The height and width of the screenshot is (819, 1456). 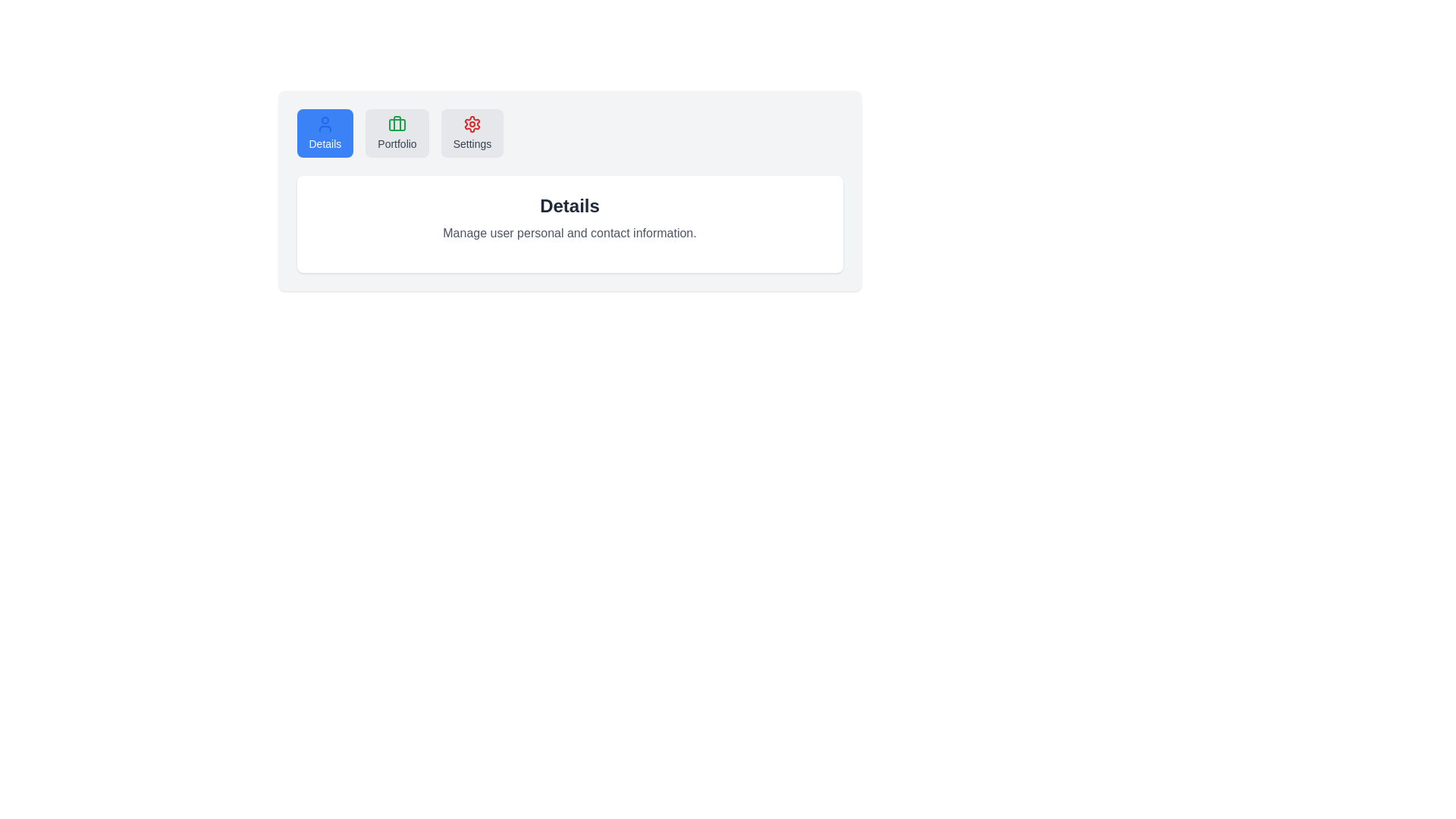 What do you see at coordinates (471, 133) in the screenshot?
I see `the Settings tab` at bounding box center [471, 133].